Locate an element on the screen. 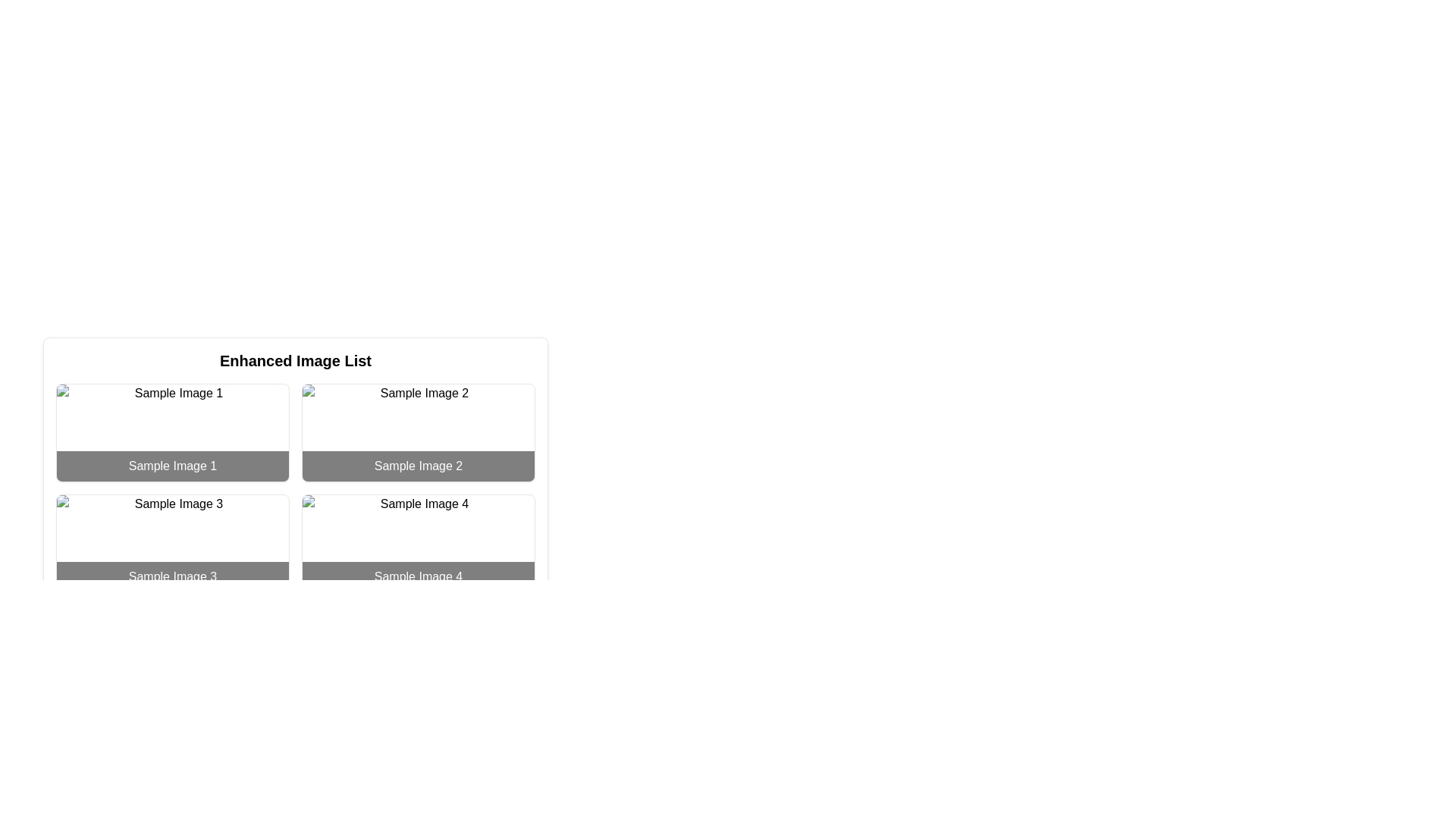  the image placeholder that occupies the upper section of the left bottom quadrant box, which is labeled 'Sample Image 3' is located at coordinates (172, 543).